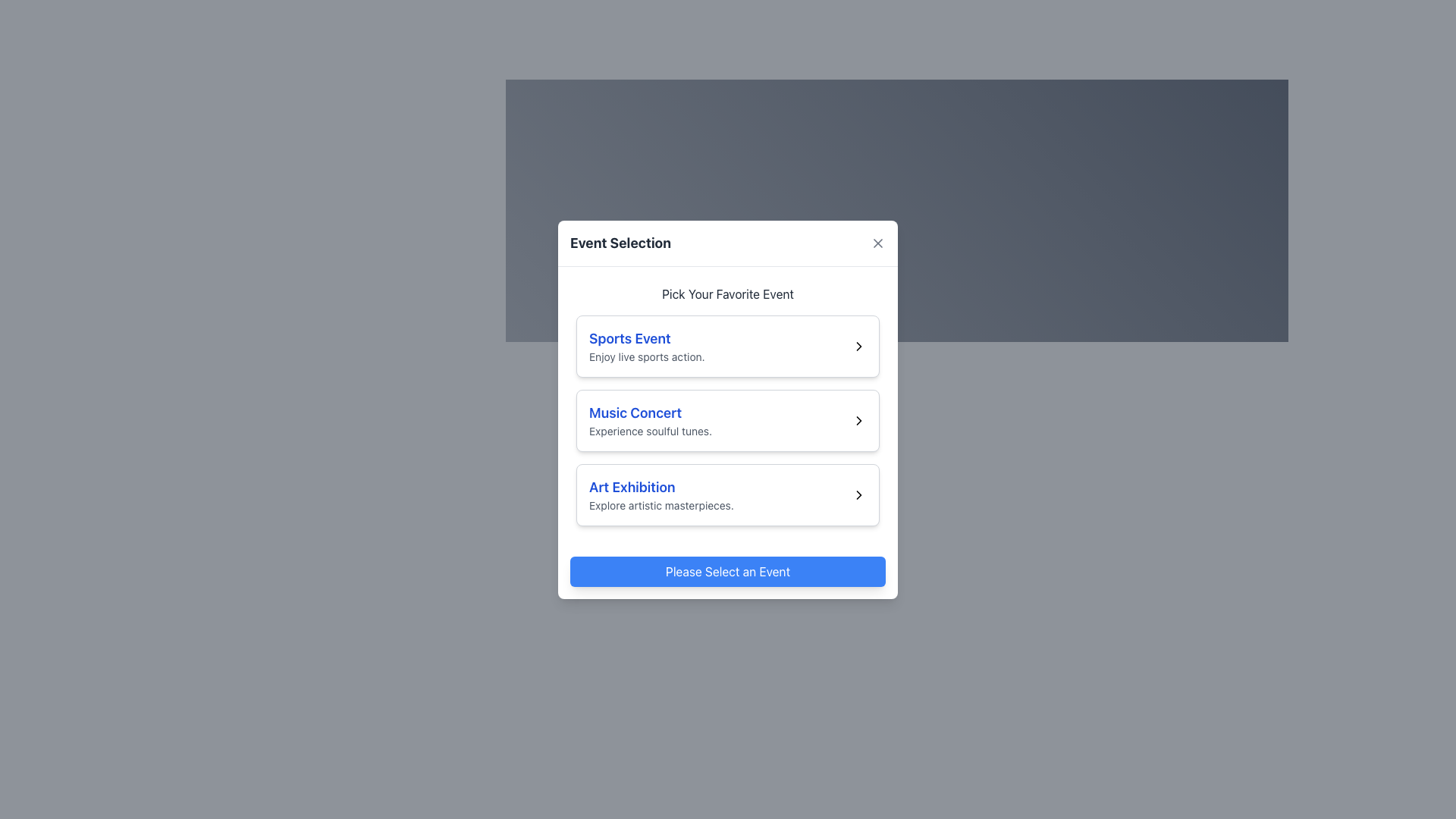 Image resolution: width=1456 pixels, height=819 pixels. What do you see at coordinates (620, 242) in the screenshot?
I see `the header text label that provides context for selecting an event in the popup, located on the left side of the header section` at bounding box center [620, 242].